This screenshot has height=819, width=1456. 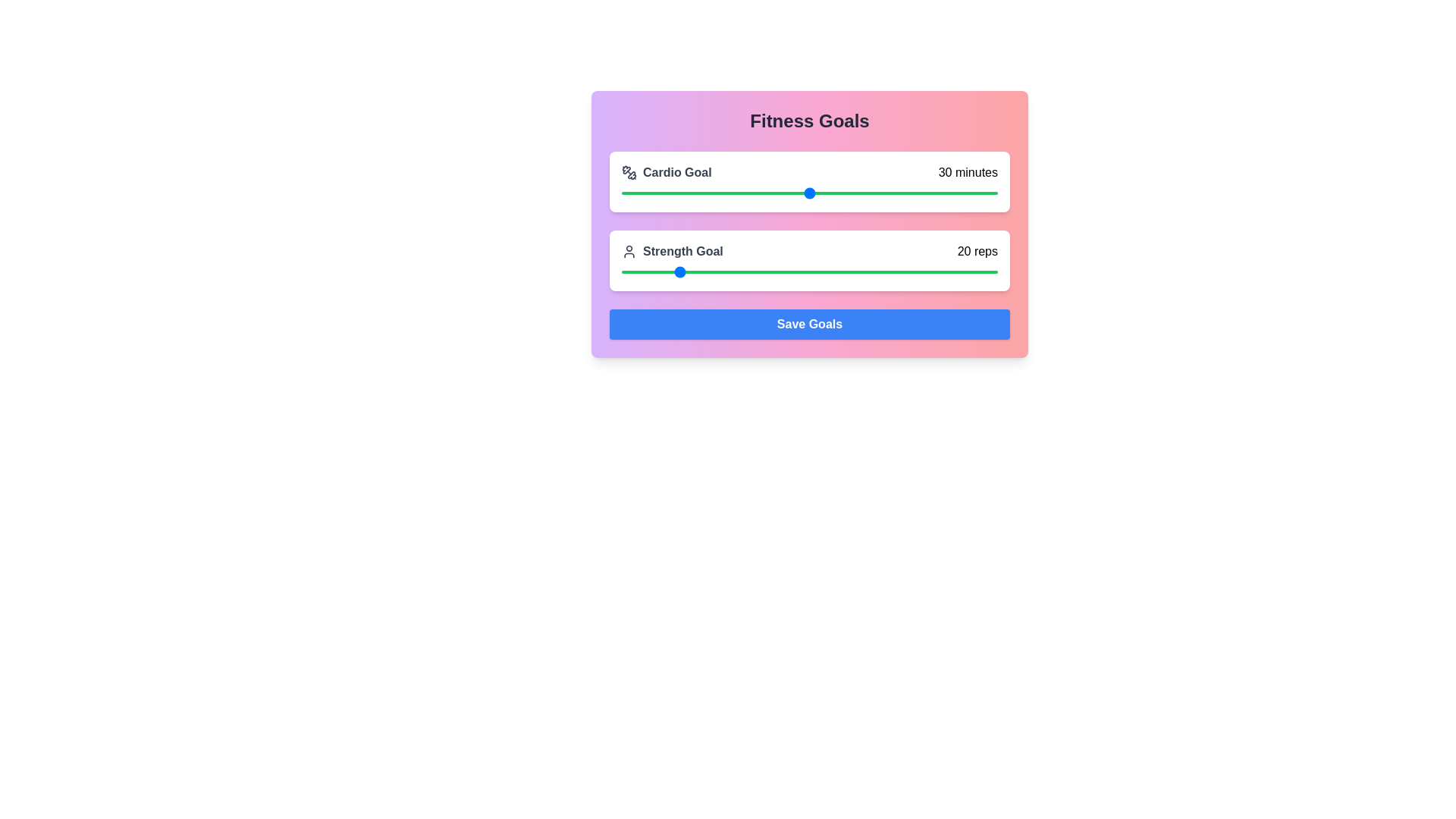 What do you see at coordinates (772, 192) in the screenshot?
I see `the cardio goal` at bounding box center [772, 192].